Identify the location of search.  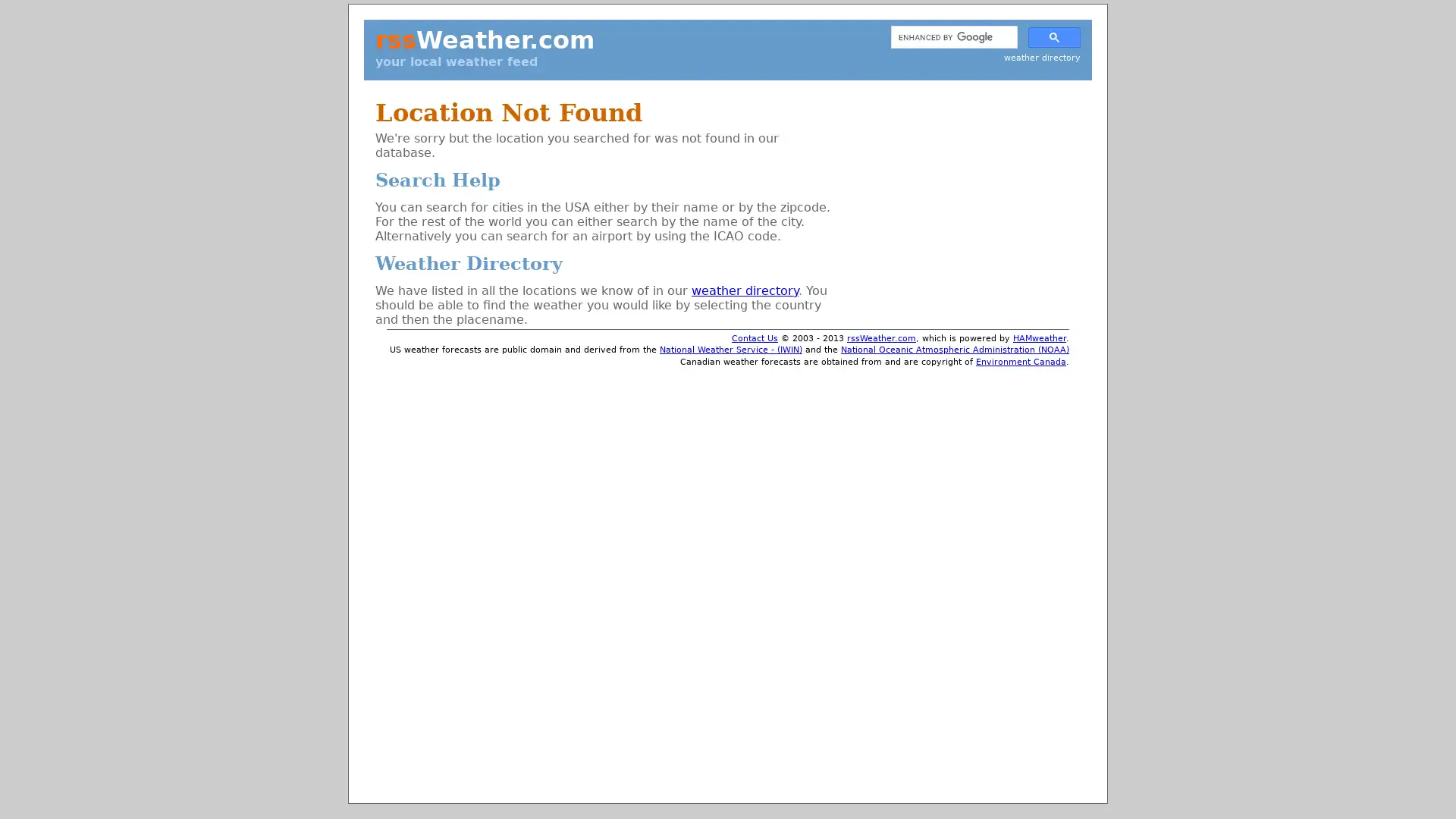
(1053, 36).